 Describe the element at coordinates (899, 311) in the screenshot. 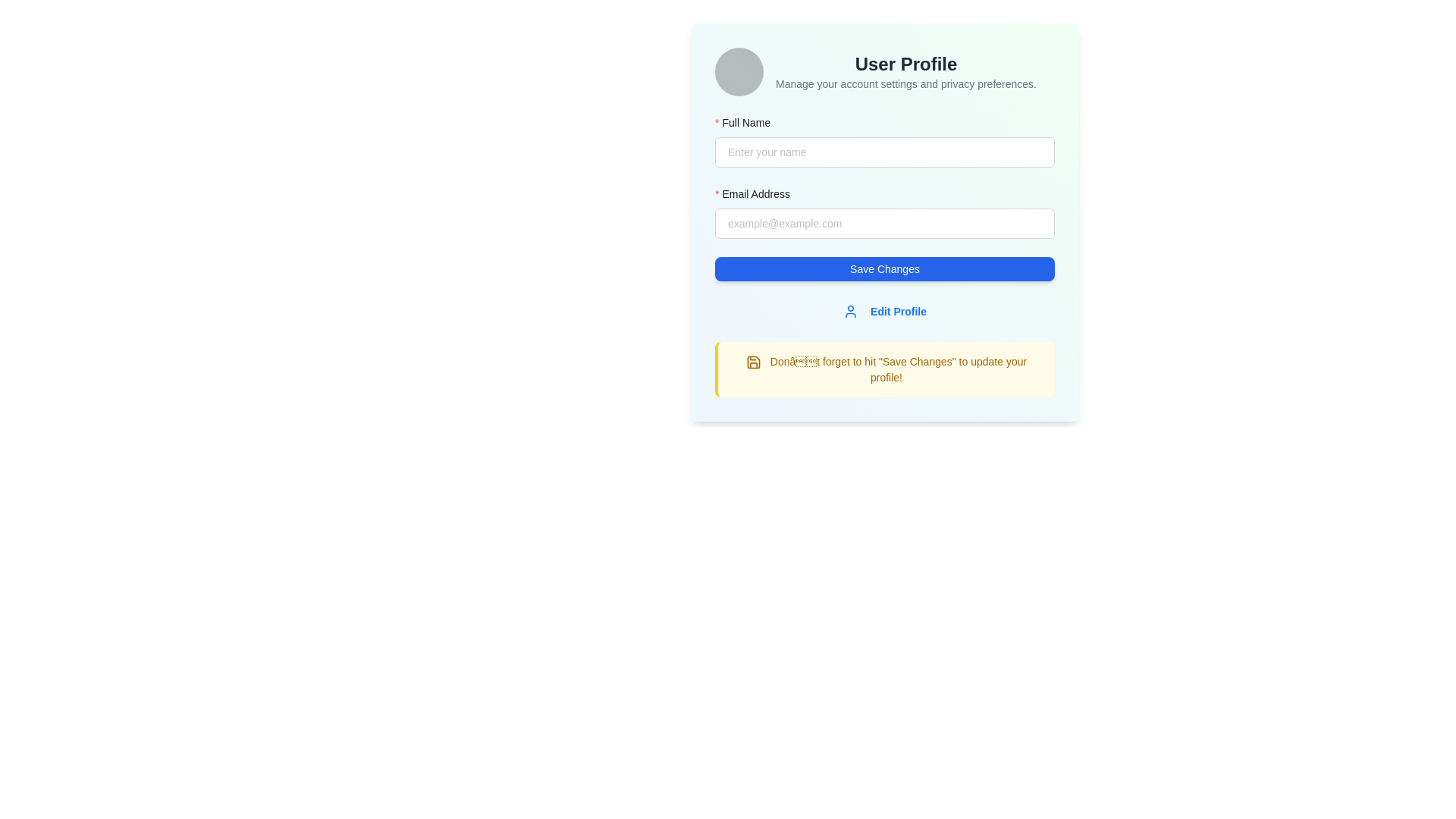

I see `the text label for editing profile information located at the center-bottom section of the interface, just below the 'Save Changes' button` at that location.